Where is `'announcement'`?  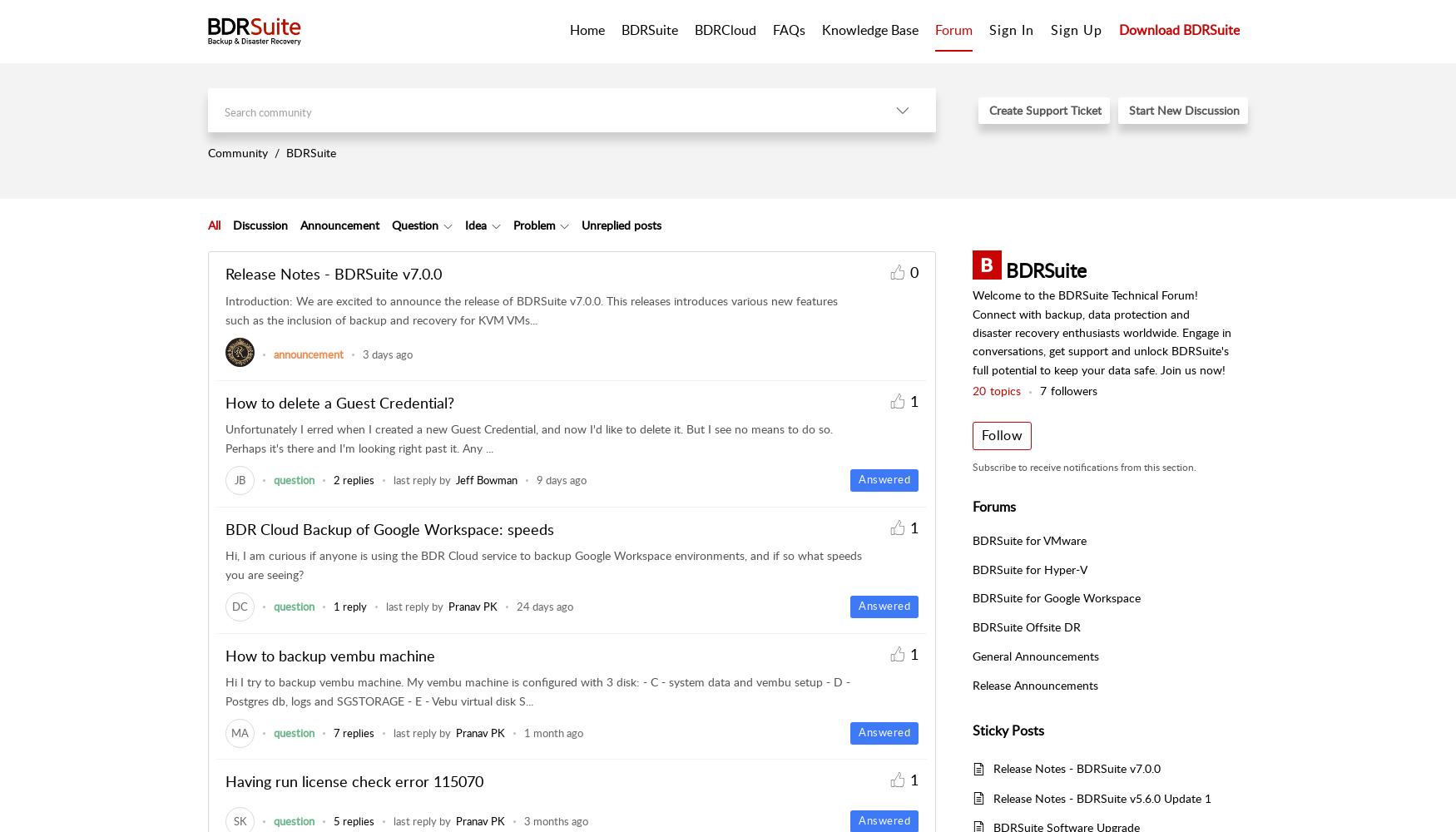 'announcement' is located at coordinates (309, 354).